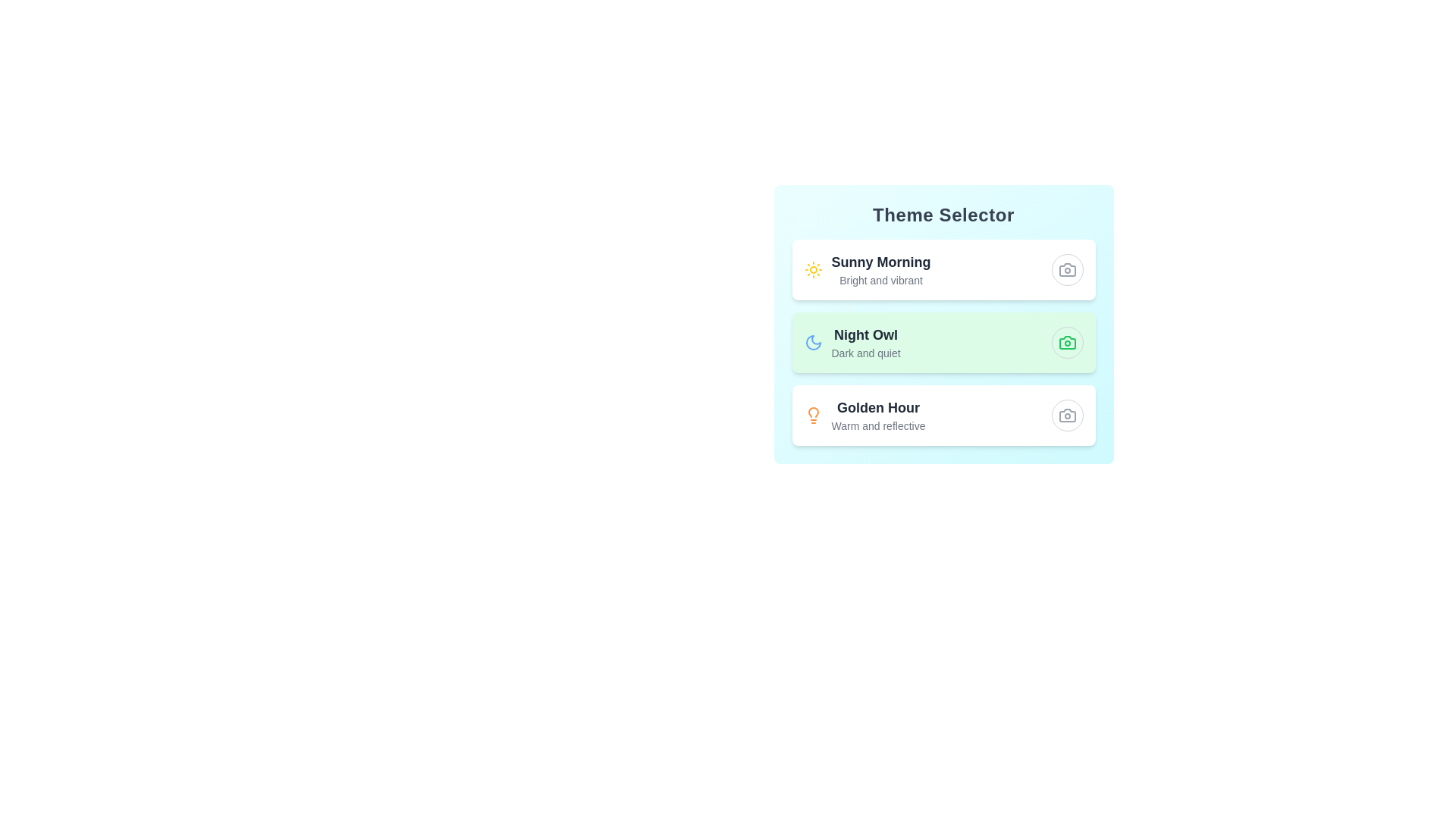 Image resolution: width=1456 pixels, height=819 pixels. I want to click on the theme Night Owl by clicking its respective button, so click(1066, 342).